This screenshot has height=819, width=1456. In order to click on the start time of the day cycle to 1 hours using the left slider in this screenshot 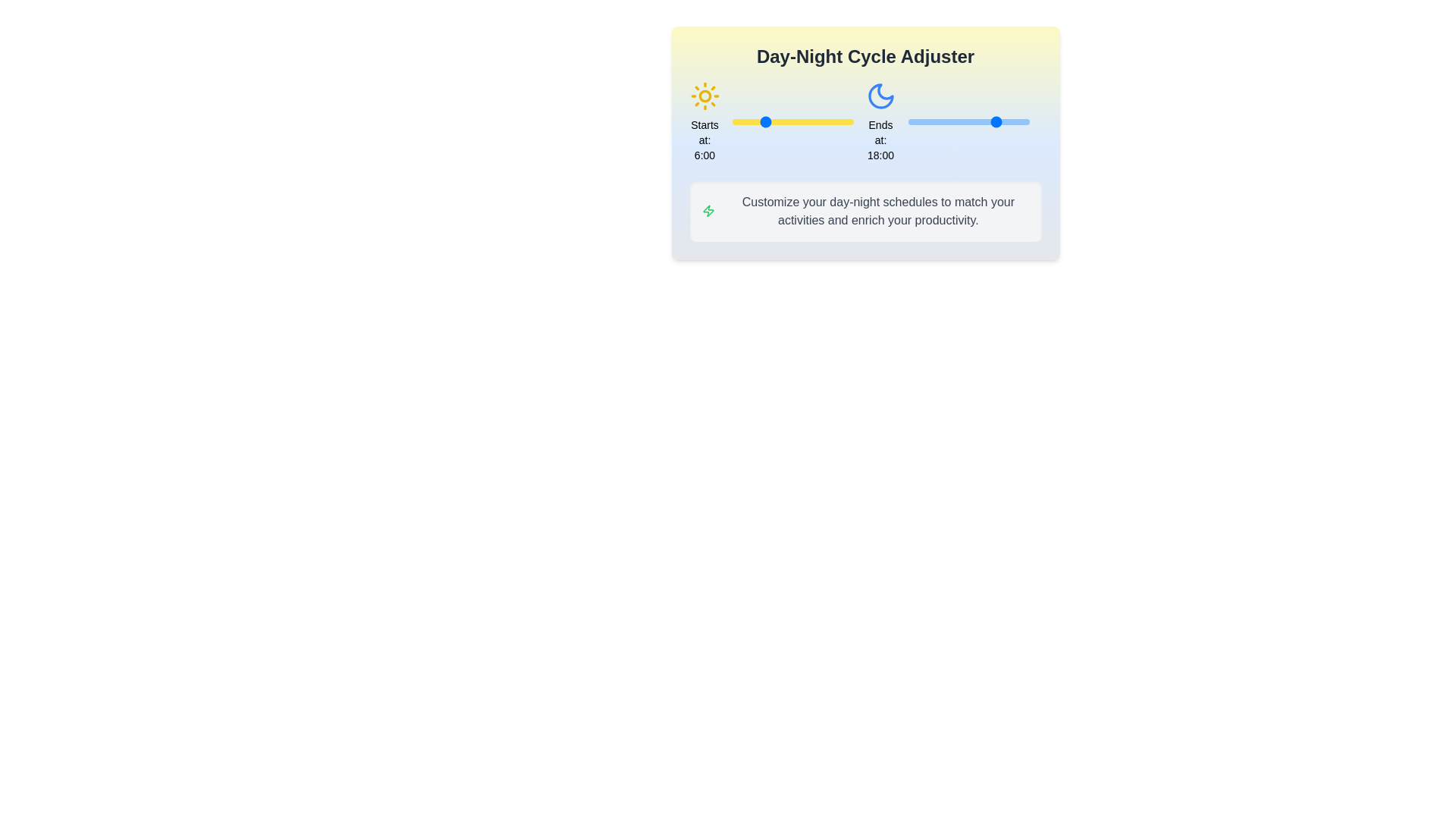, I will do `click(737, 121)`.